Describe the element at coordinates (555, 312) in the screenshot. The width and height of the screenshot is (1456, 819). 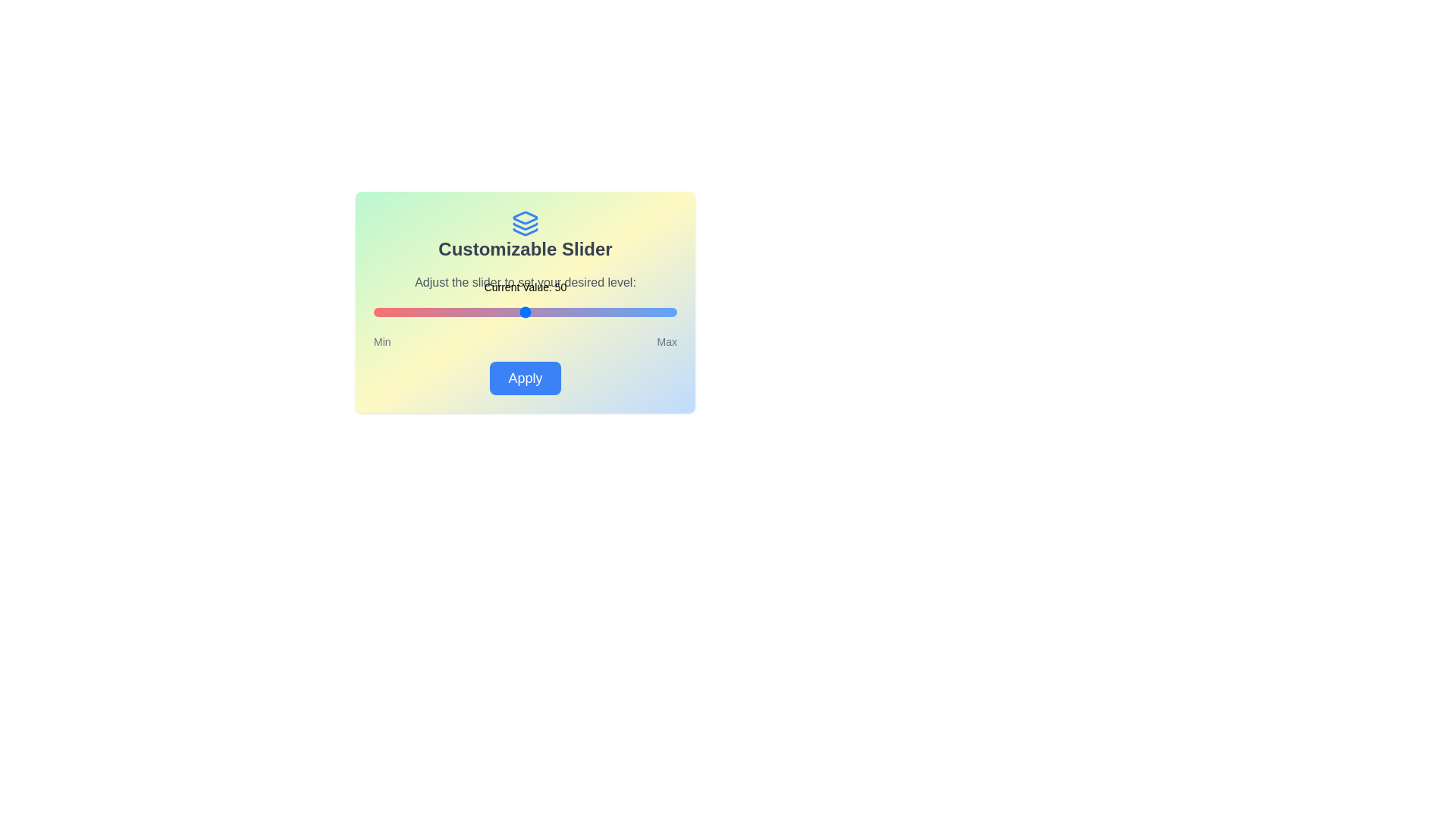
I see `the slider to set its value to 60` at that location.